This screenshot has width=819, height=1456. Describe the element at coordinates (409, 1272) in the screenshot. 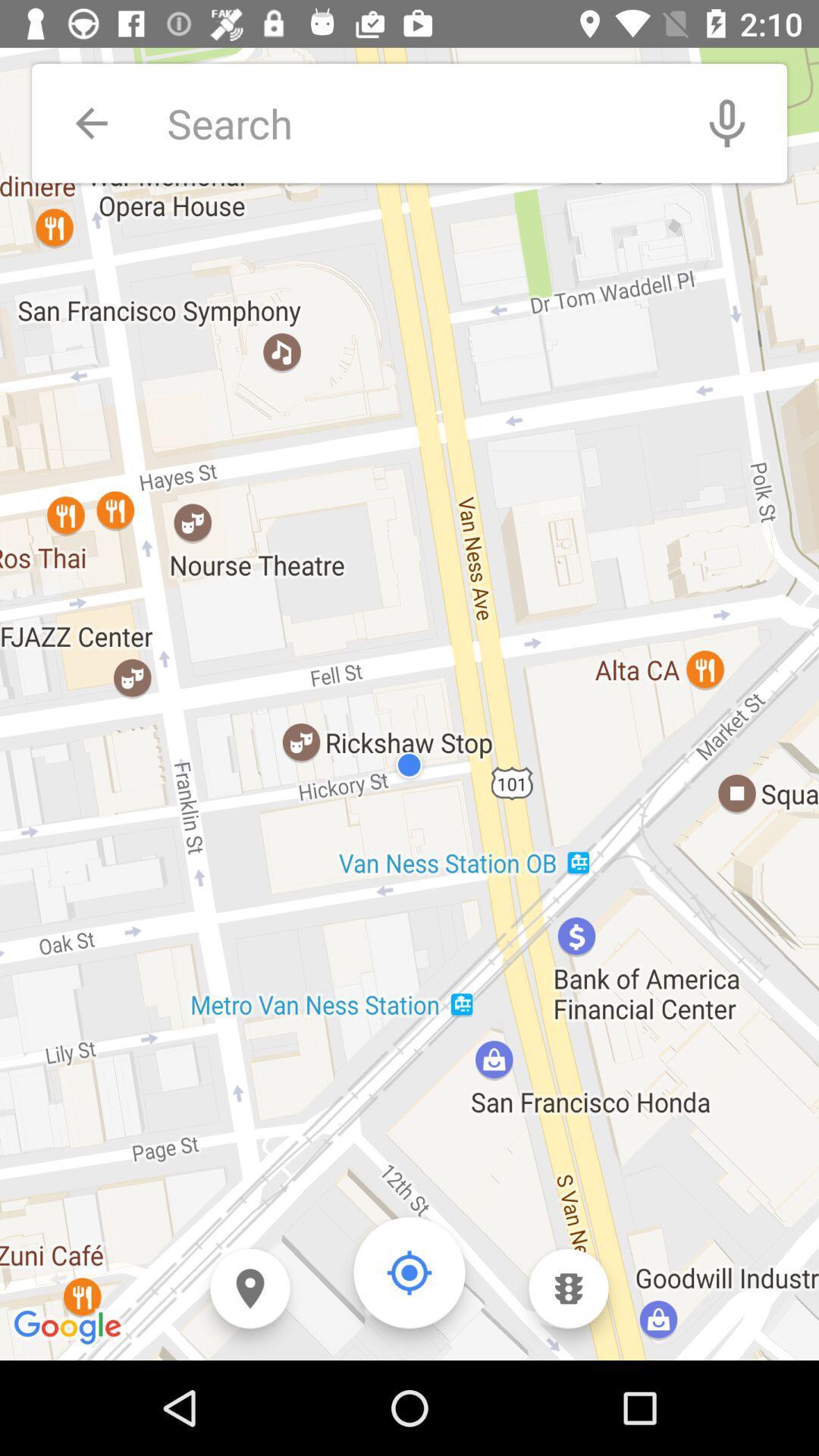

I see `go back` at that location.